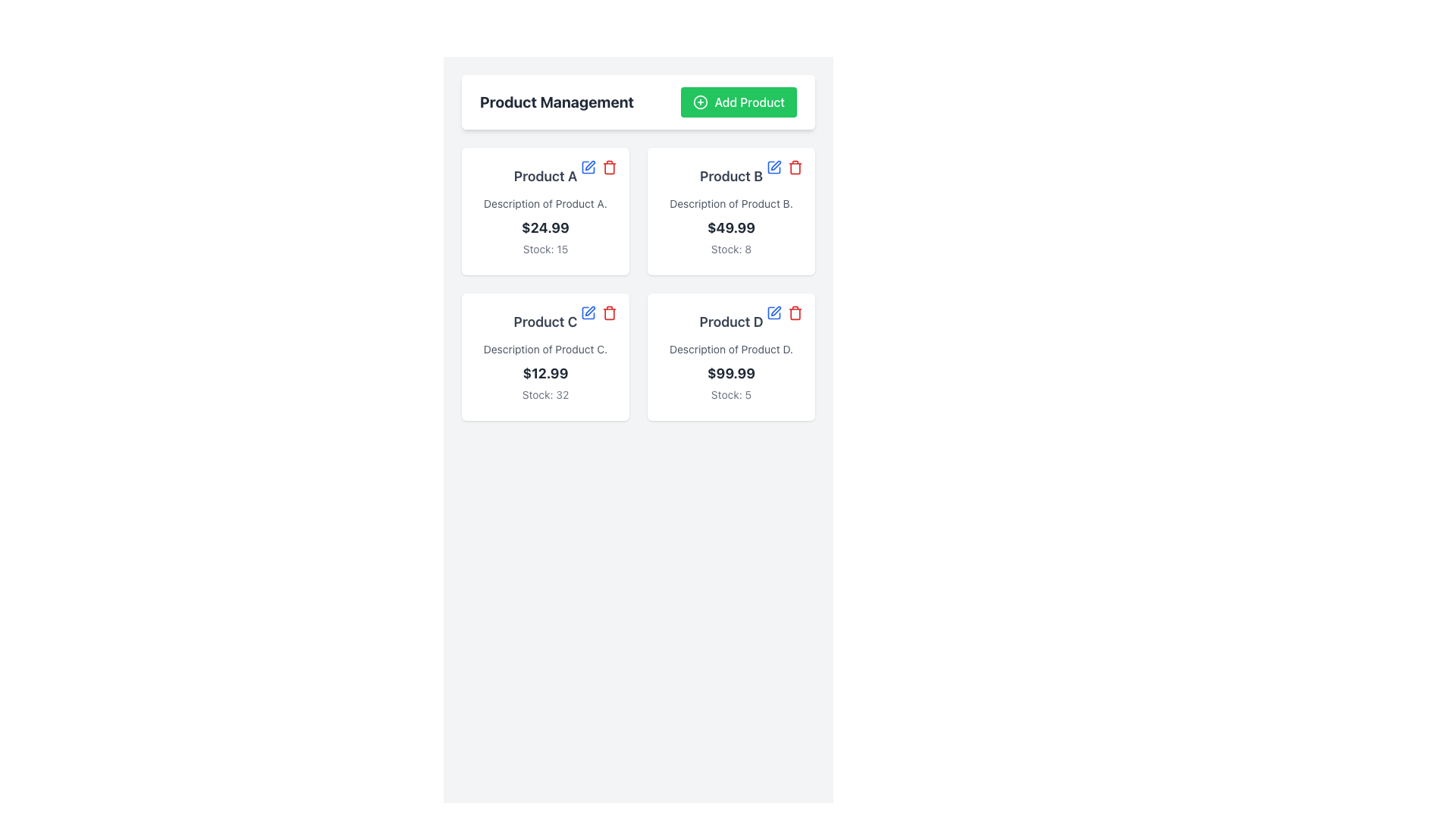 This screenshot has width=1456, height=819. What do you see at coordinates (731, 175) in the screenshot?
I see `product name text displayed as the primary title within the card representing 'Product B' located in the upper right quadrant of a four-card grid layout` at bounding box center [731, 175].